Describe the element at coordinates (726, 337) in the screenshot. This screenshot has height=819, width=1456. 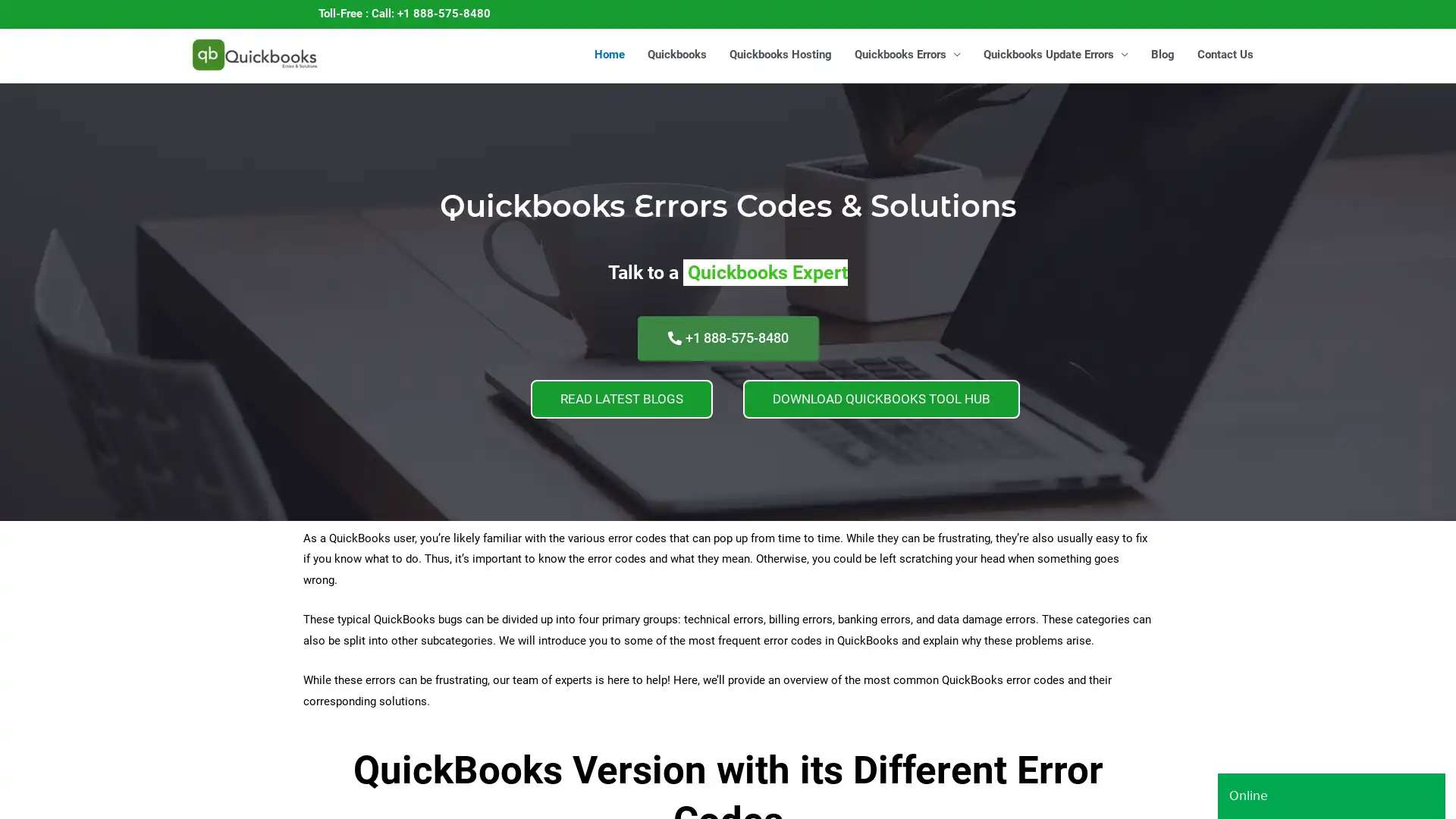
I see `+1 888-575-8480` at that location.